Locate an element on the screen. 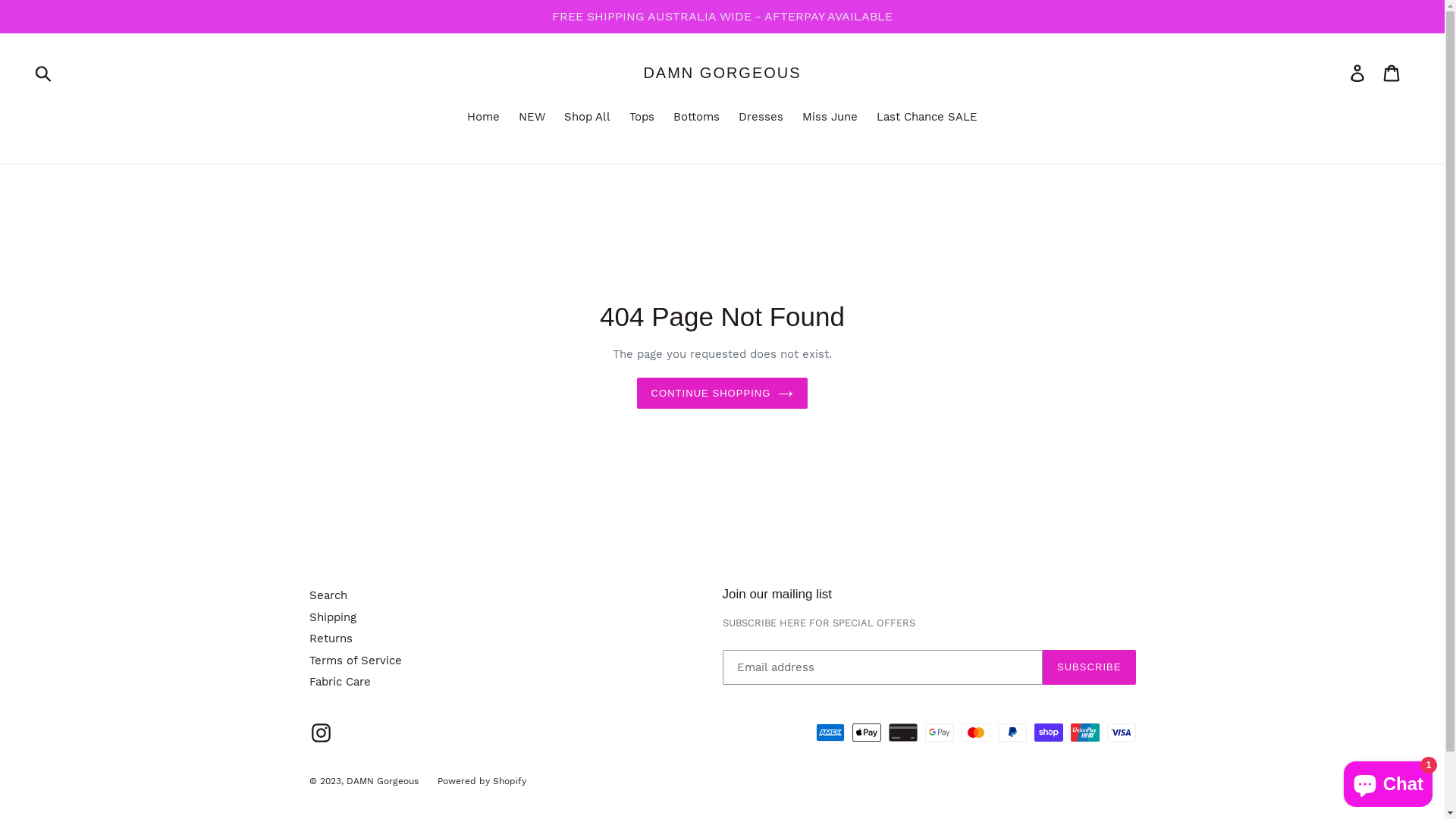  'Tops' is located at coordinates (622, 117).